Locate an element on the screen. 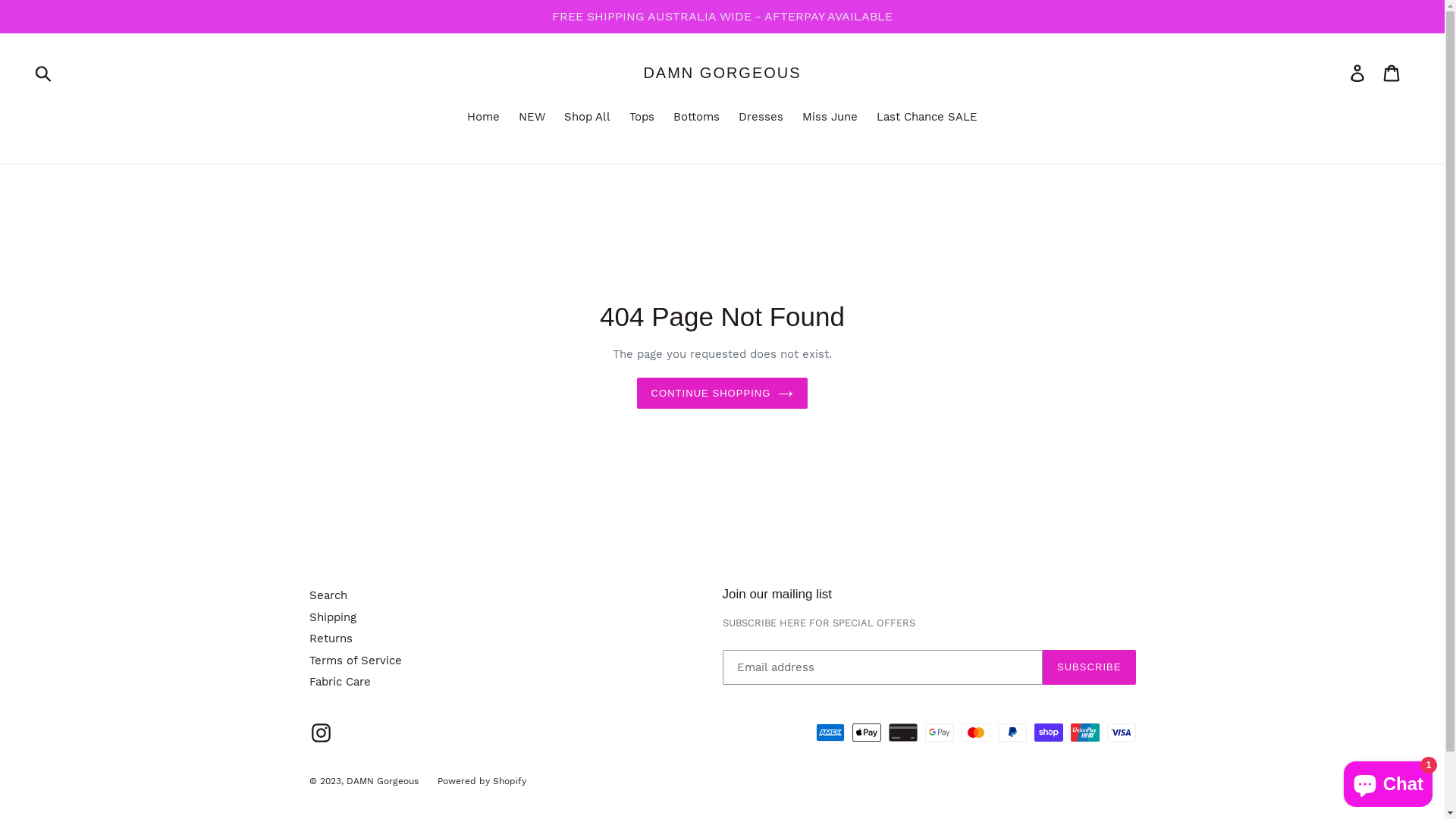  'Tops' is located at coordinates (622, 117).